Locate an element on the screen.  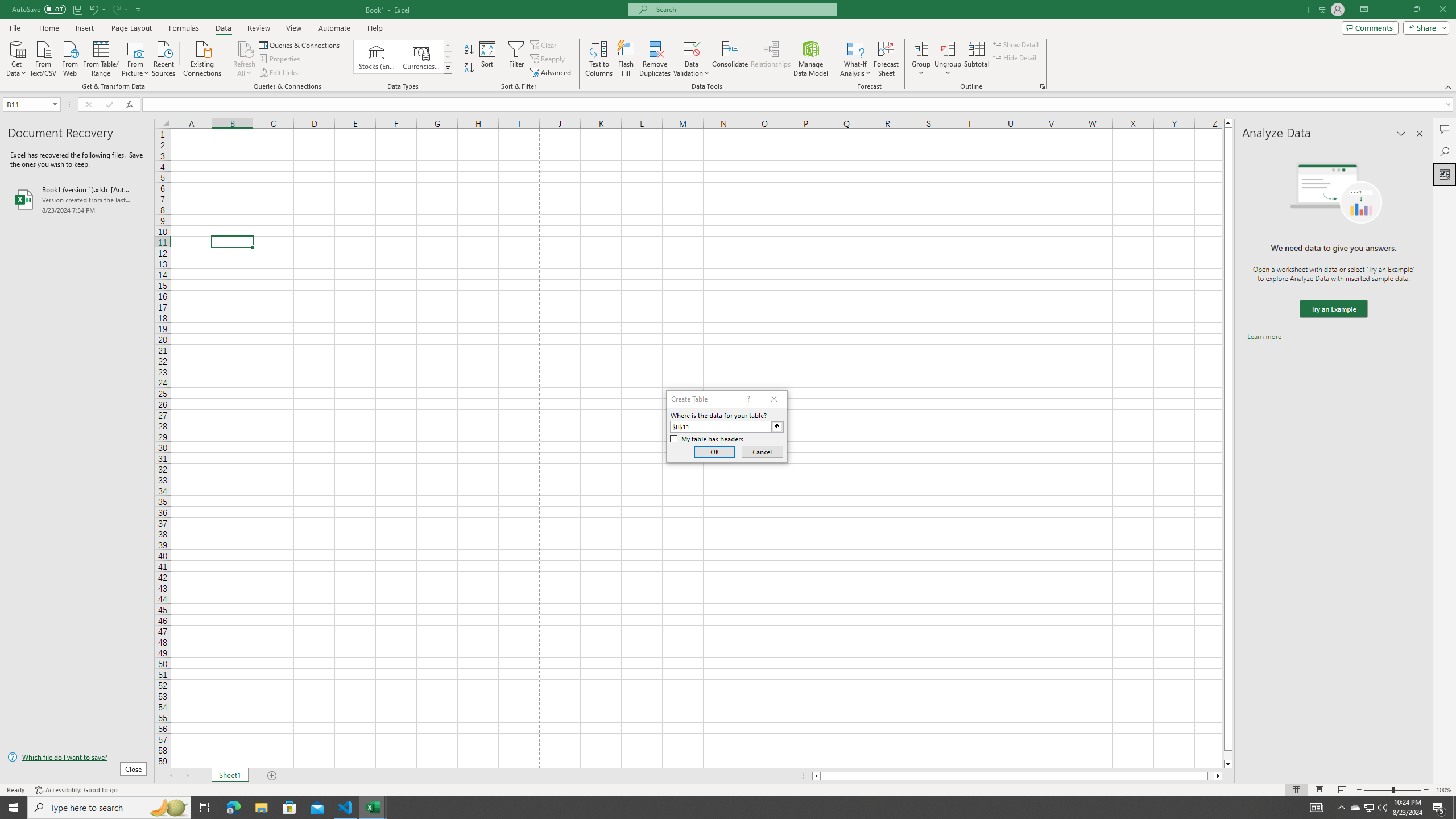
'Group...' is located at coordinates (921, 48).